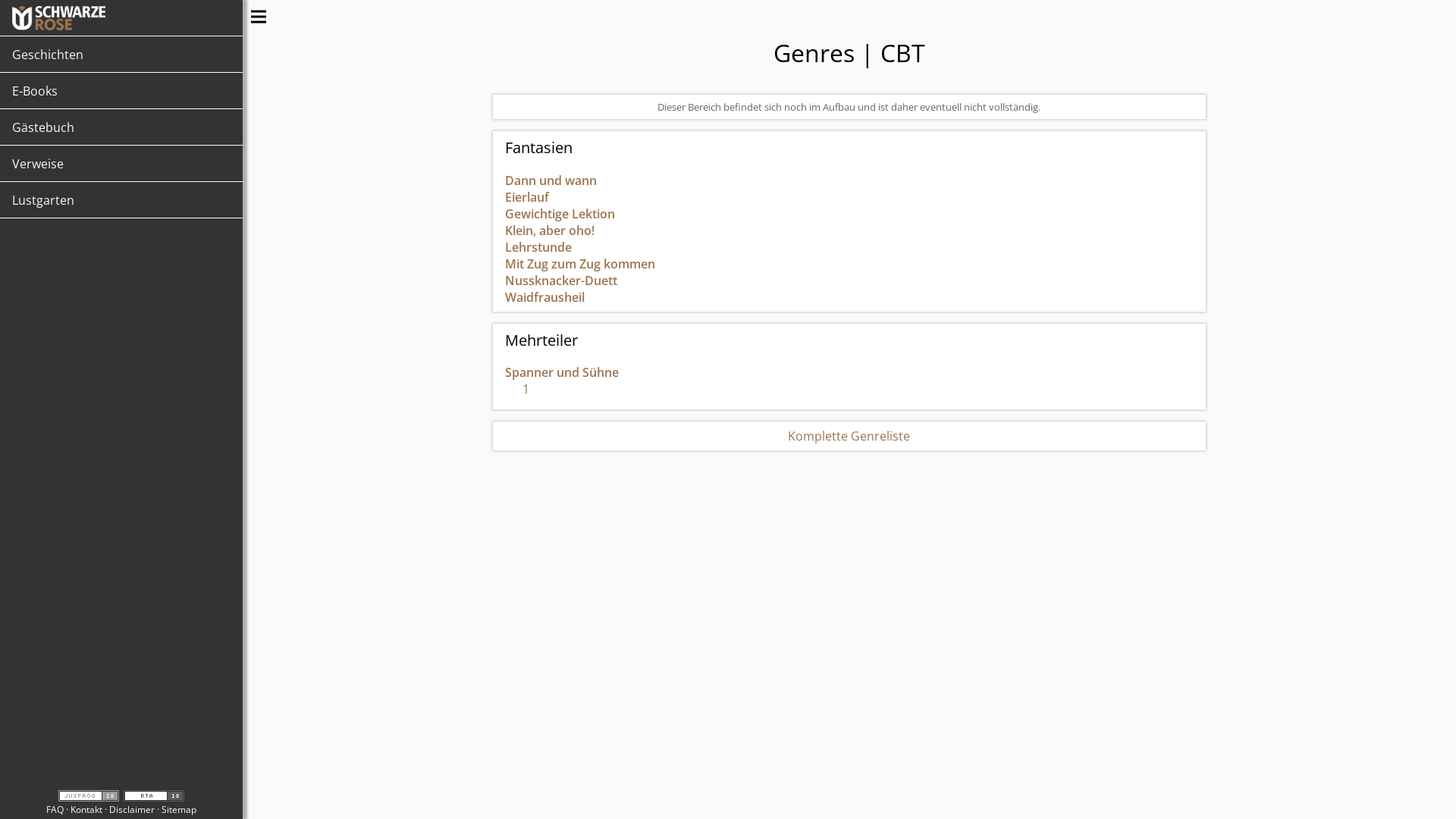 Image resolution: width=1456 pixels, height=819 pixels. I want to click on 'FAQ', so click(55, 808).